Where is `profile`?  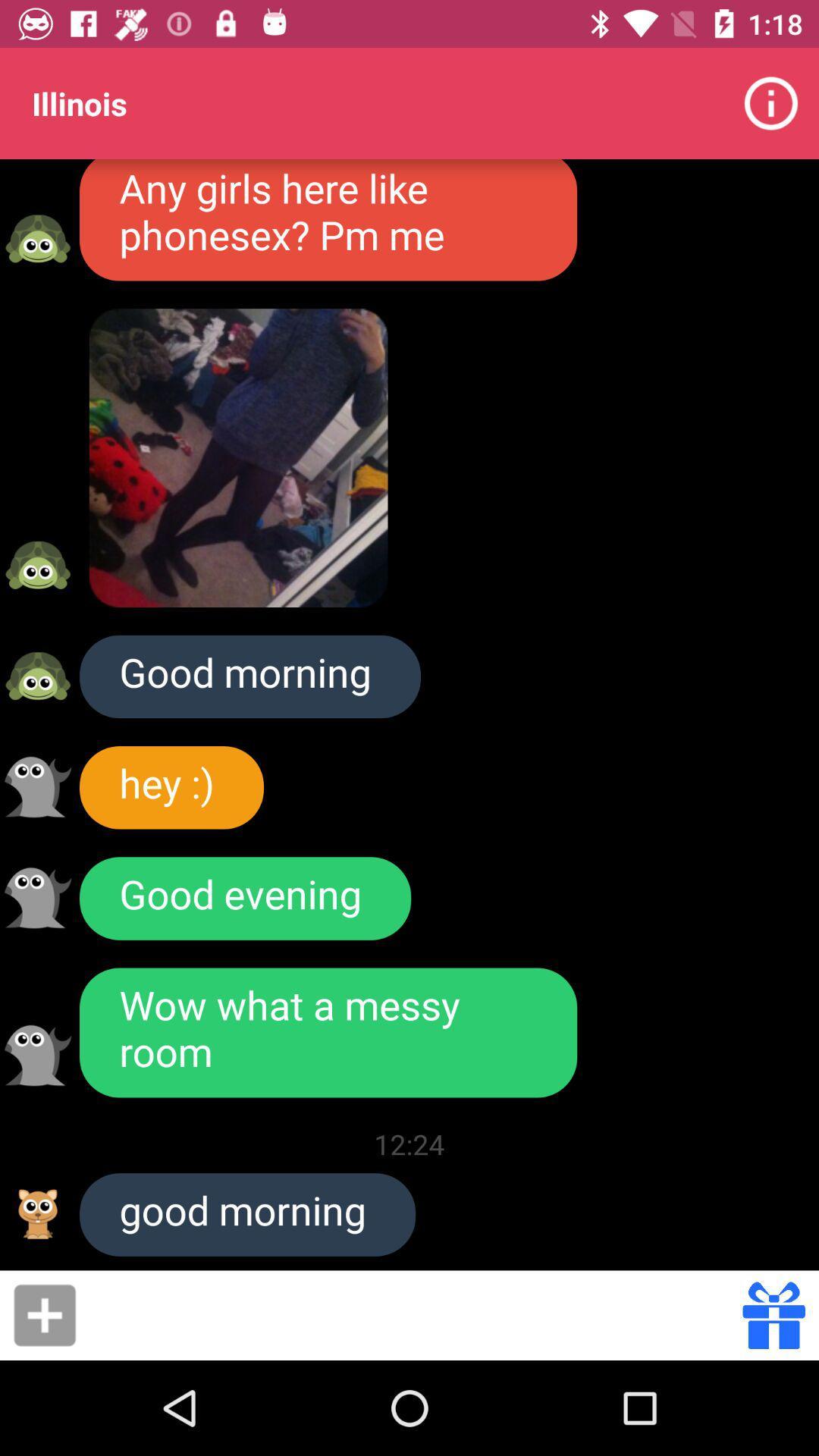 profile is located at coordinates (37, 898).